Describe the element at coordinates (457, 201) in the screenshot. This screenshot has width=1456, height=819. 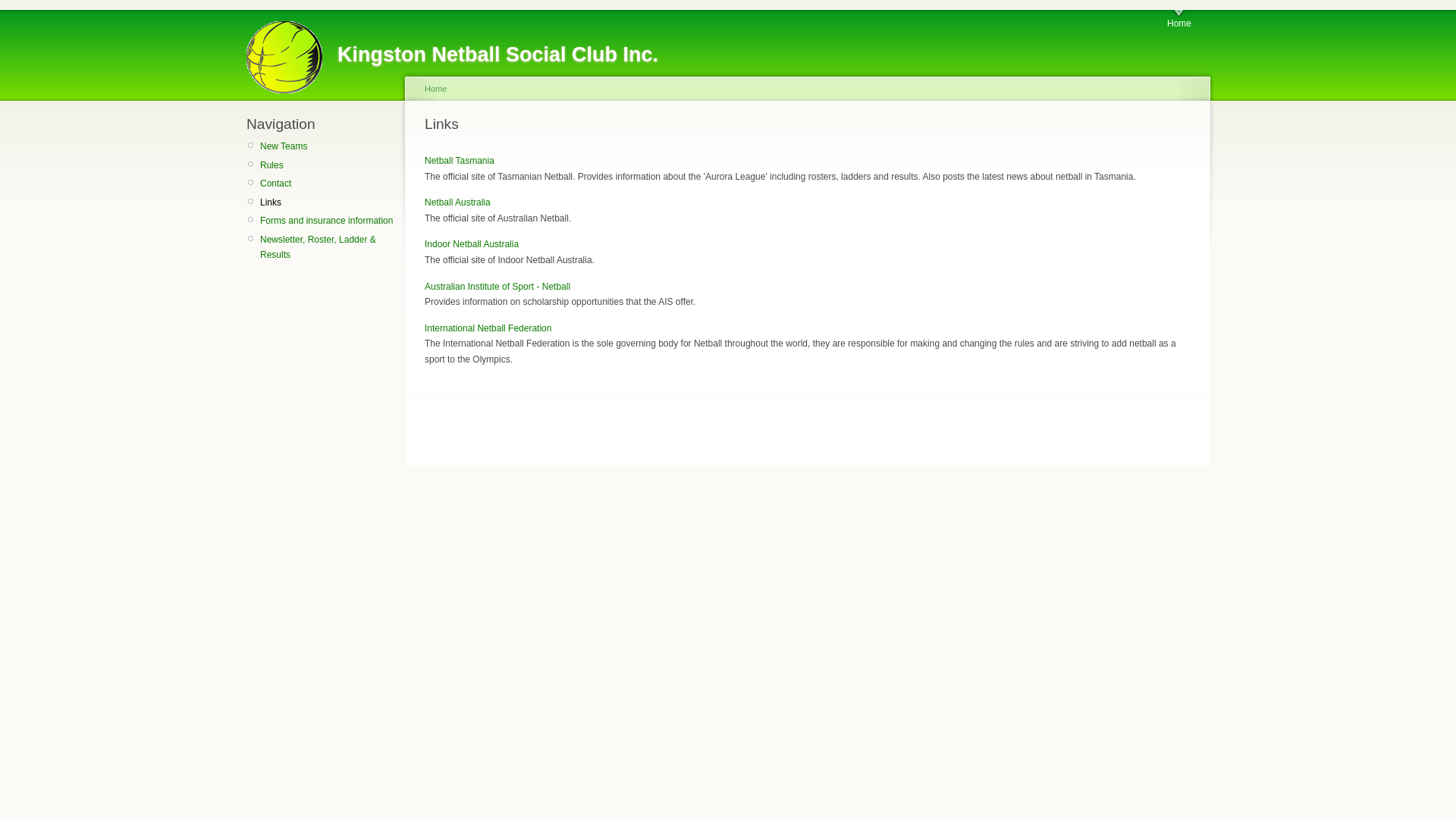
I see `'Netball Australia'` at that location.